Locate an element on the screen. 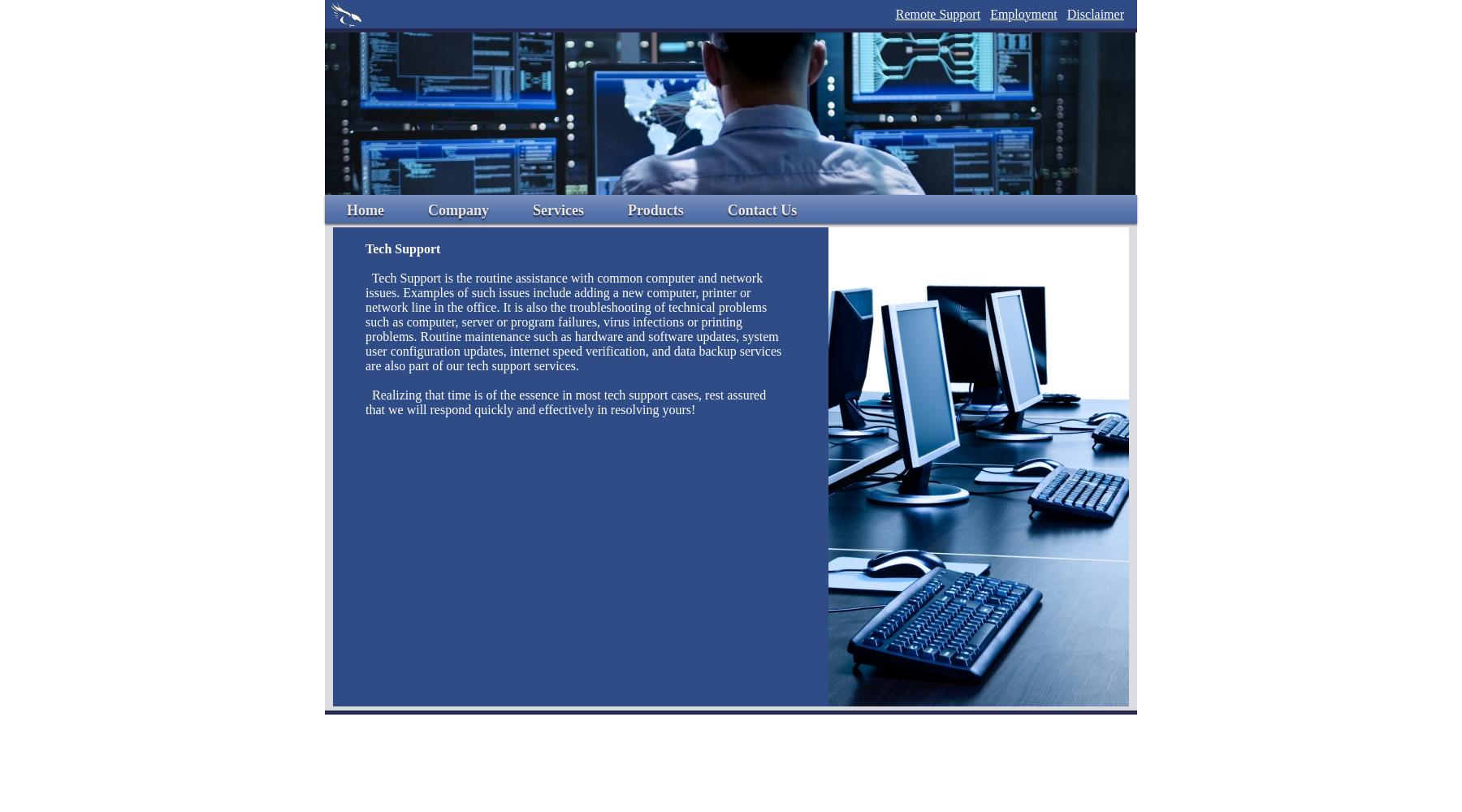 This screenshot has width=1462, height=812. 'Services' is located at coordinates (532, 210).